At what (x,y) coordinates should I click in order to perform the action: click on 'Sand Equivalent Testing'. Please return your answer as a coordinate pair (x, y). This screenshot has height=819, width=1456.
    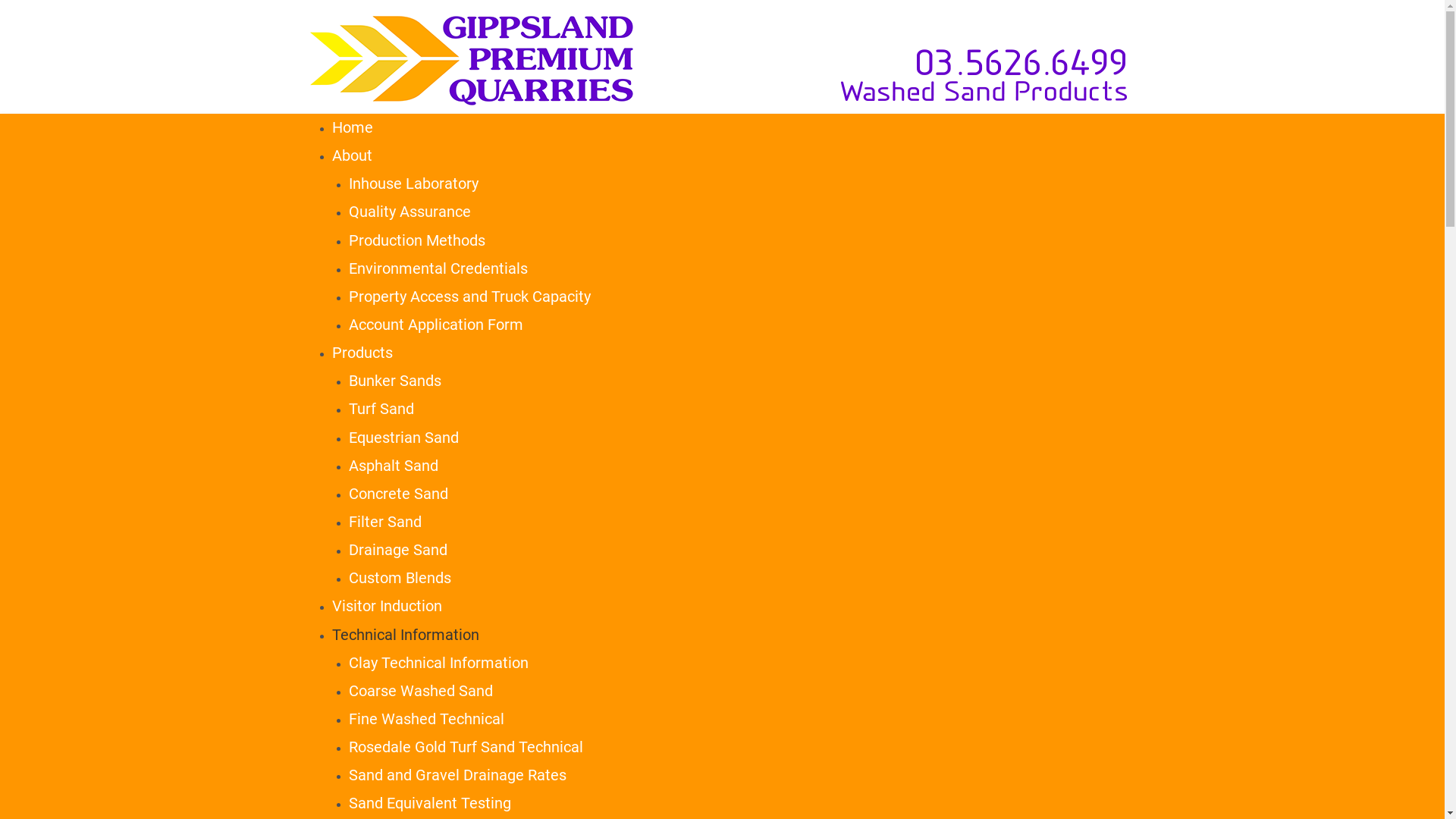
    Looking at the image, I should click on (348, 802).